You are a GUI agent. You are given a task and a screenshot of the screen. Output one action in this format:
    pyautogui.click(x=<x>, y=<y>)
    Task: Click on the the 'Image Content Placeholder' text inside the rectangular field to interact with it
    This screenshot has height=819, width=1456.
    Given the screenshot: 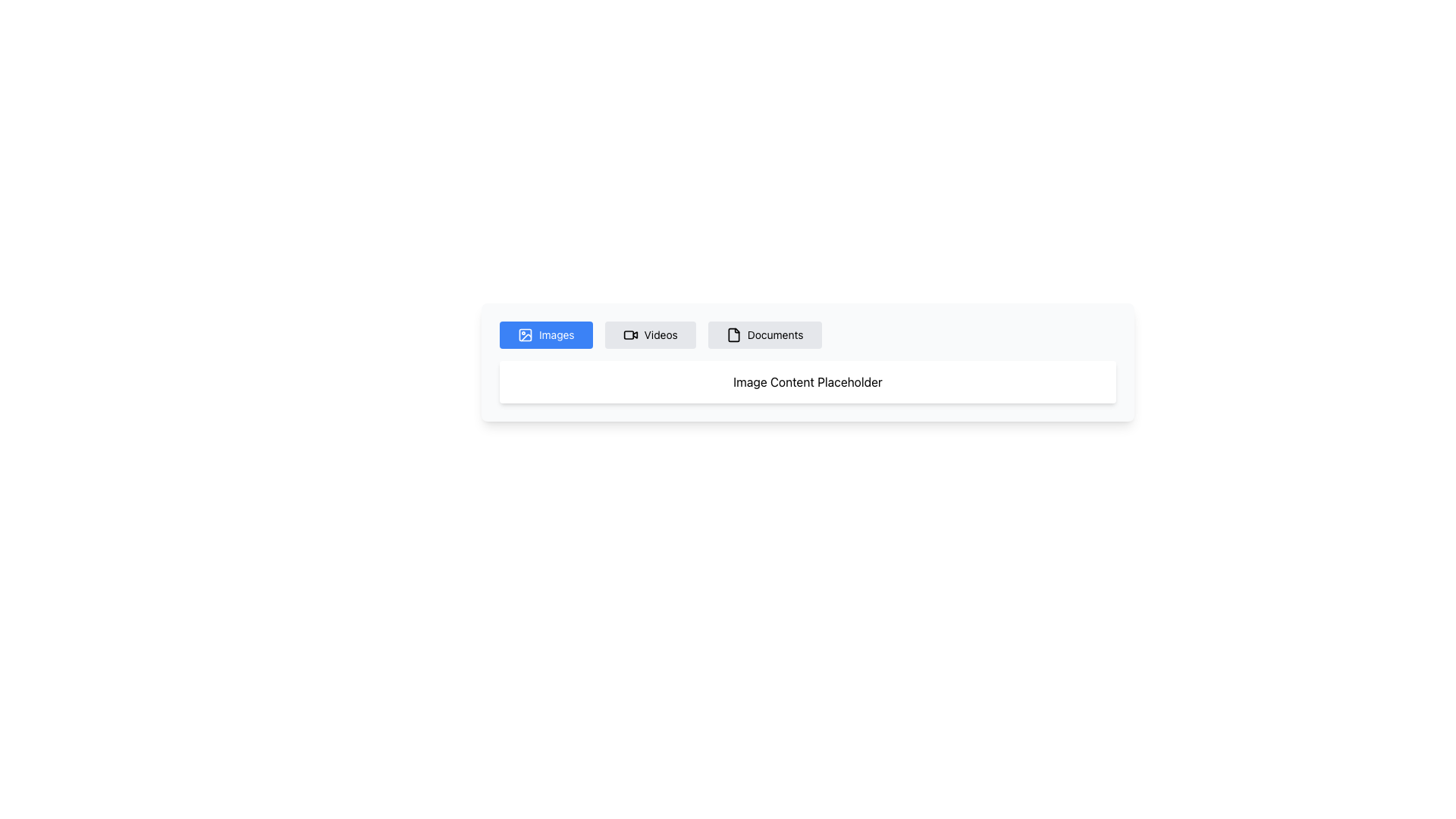 What is the action you would take?
    pyautogui.click(x=807, y=381)
    